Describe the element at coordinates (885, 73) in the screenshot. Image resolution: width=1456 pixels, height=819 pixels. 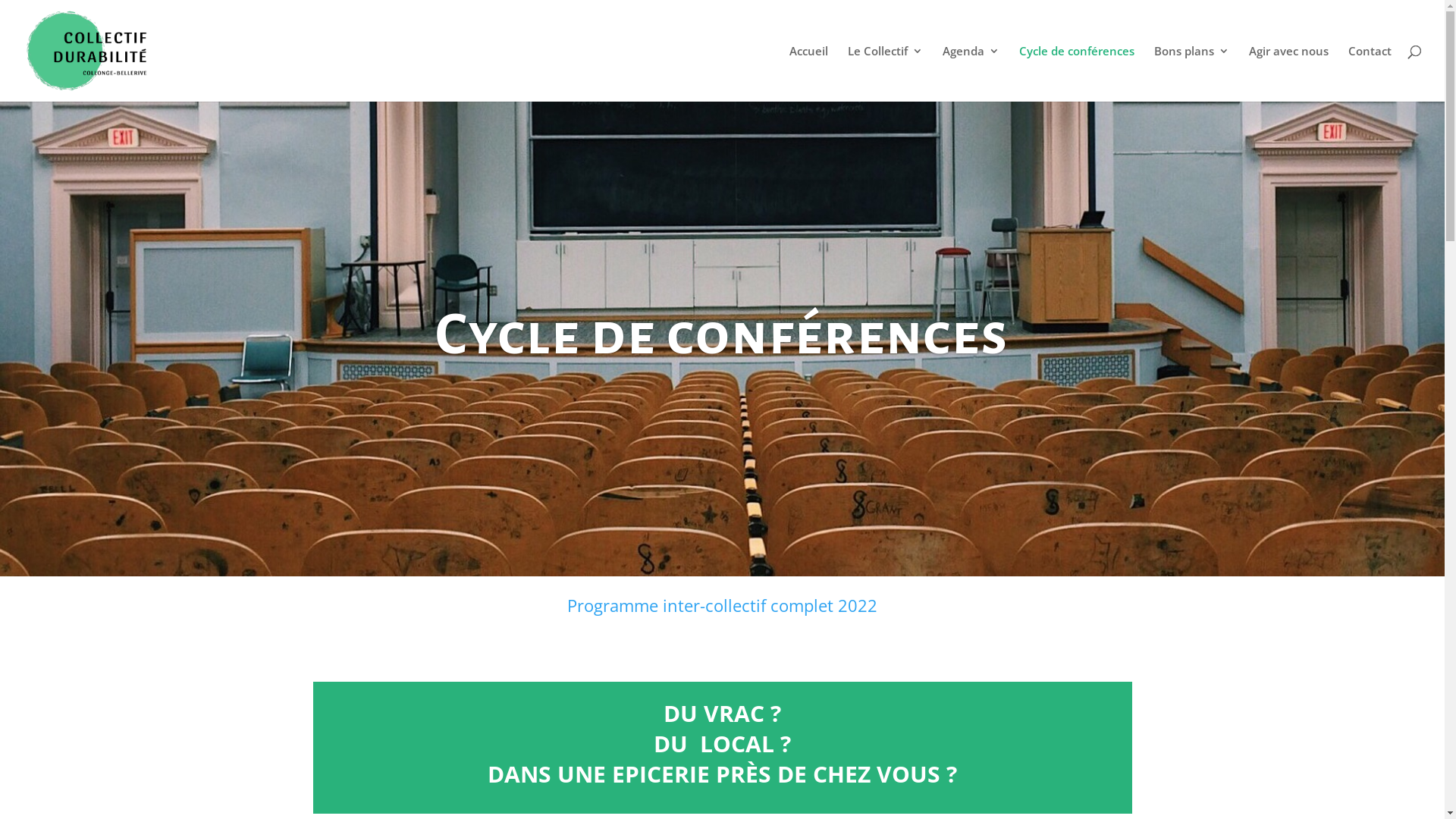
I see `'Le Collectif'` at that location.